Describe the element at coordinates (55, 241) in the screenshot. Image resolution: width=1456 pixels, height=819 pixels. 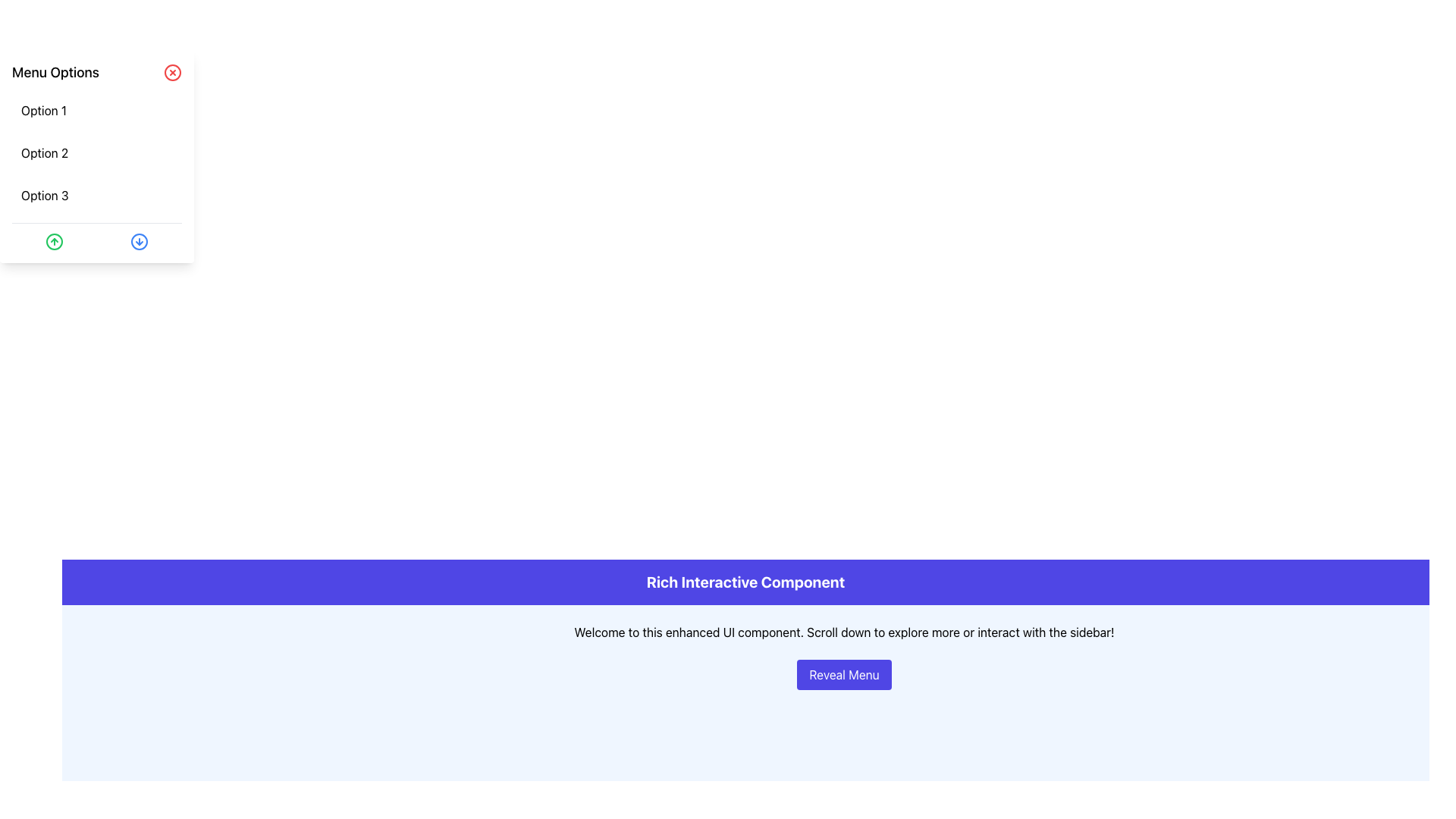
I see `the upward scroll button located in the menu options section at the bottom right, adjacent to a similar button with a downward arrow, to observe the hover effect` at that location.